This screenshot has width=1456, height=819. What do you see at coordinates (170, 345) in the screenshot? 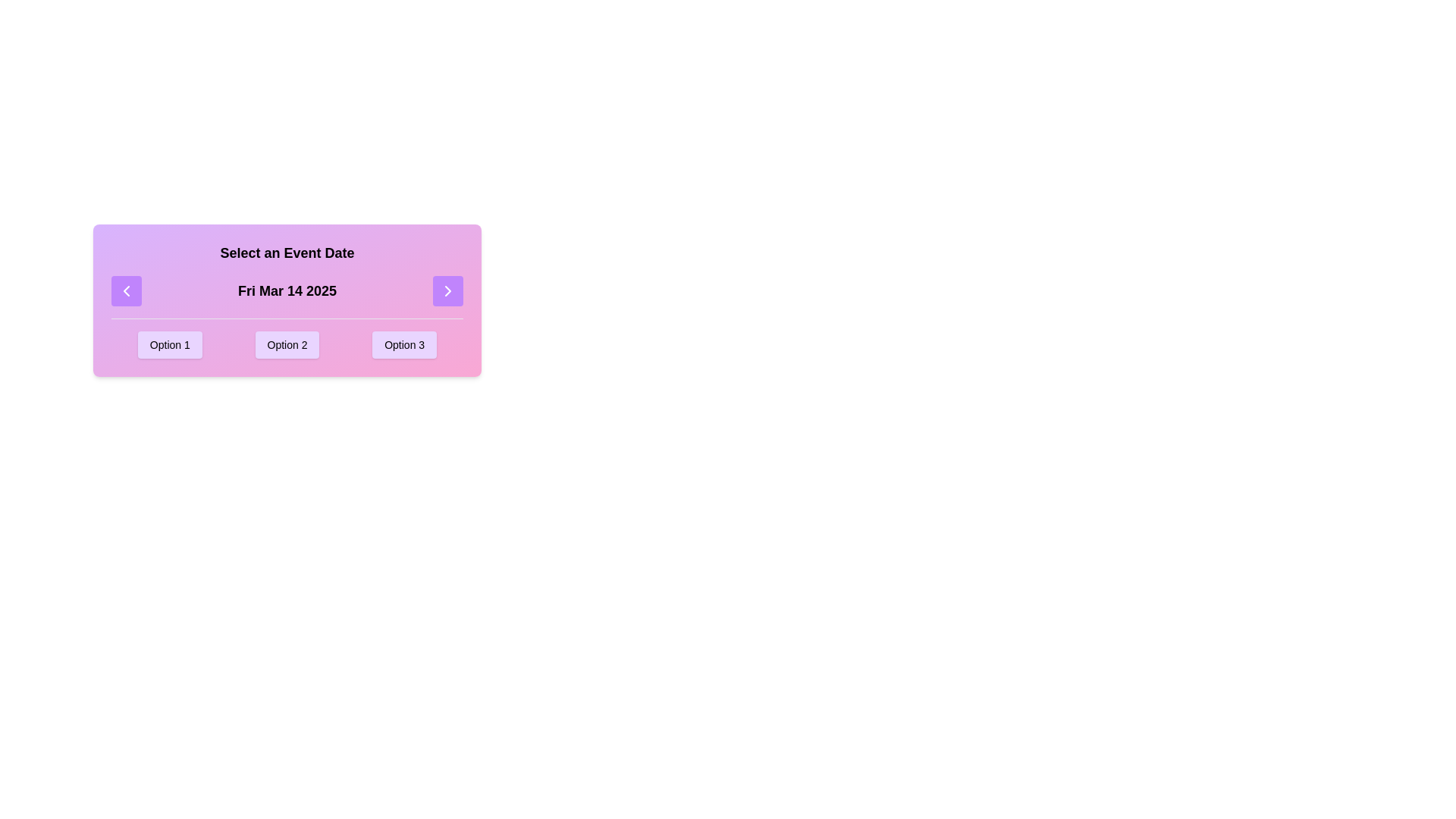
I see `the rectangular button labeled 'Option 1' with a purple background` at bounding box center [170, 345].